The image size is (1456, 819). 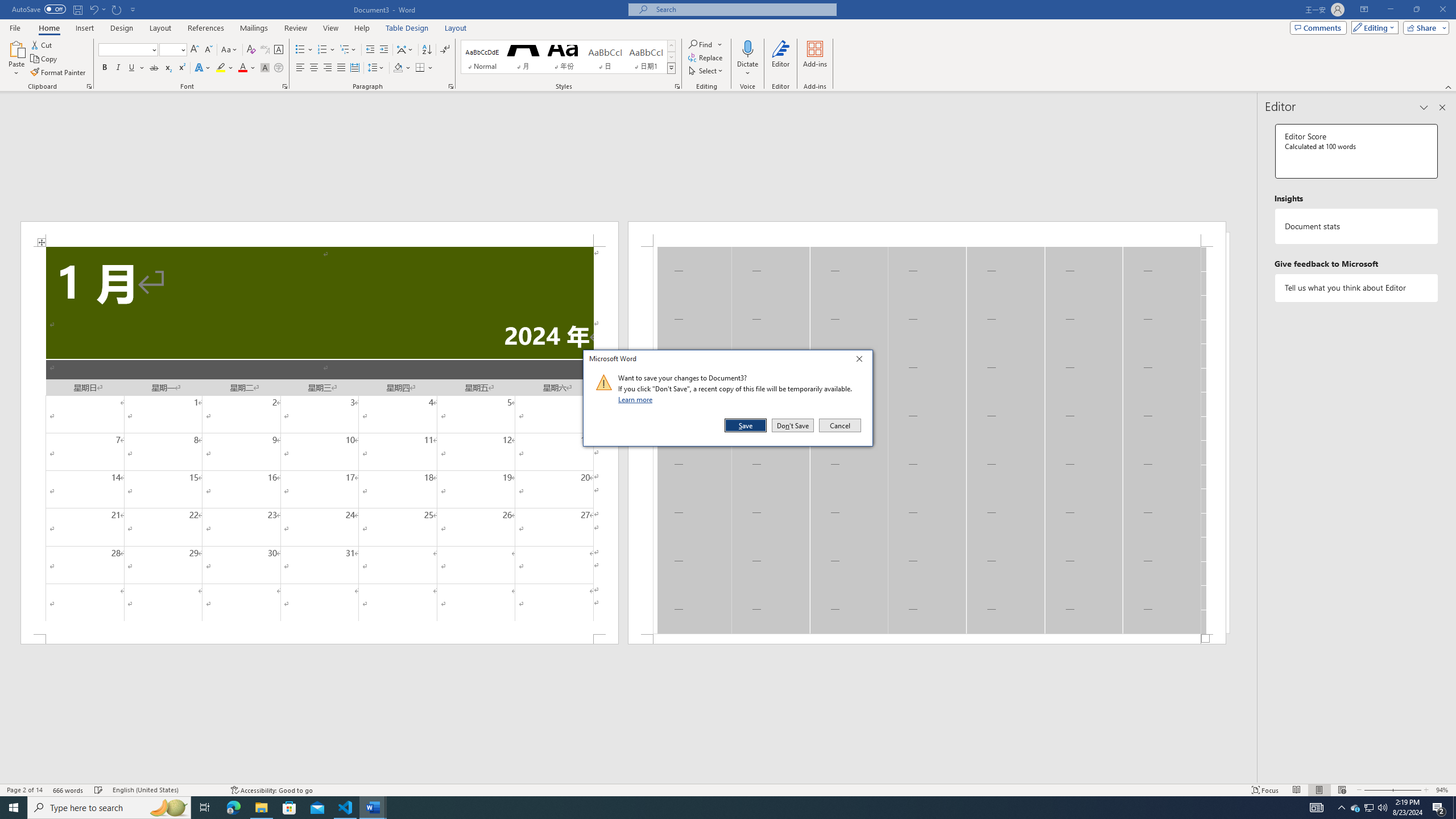 I want to click on 'Microsoft search', so click(x=742, y=9).